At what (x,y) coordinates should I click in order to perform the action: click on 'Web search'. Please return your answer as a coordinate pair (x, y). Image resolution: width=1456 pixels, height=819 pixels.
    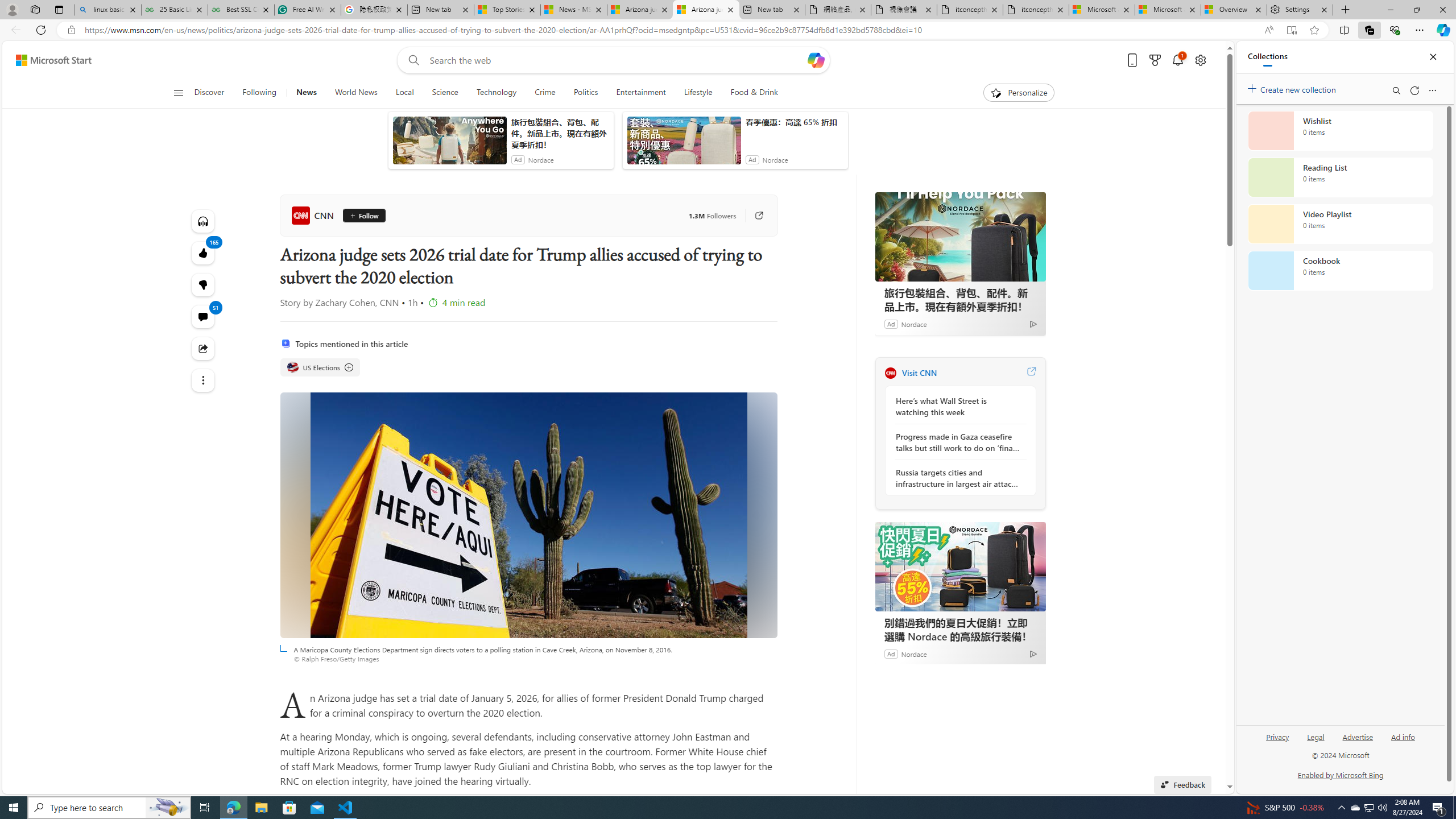
    Looking at the image, I should click on (411, 60).